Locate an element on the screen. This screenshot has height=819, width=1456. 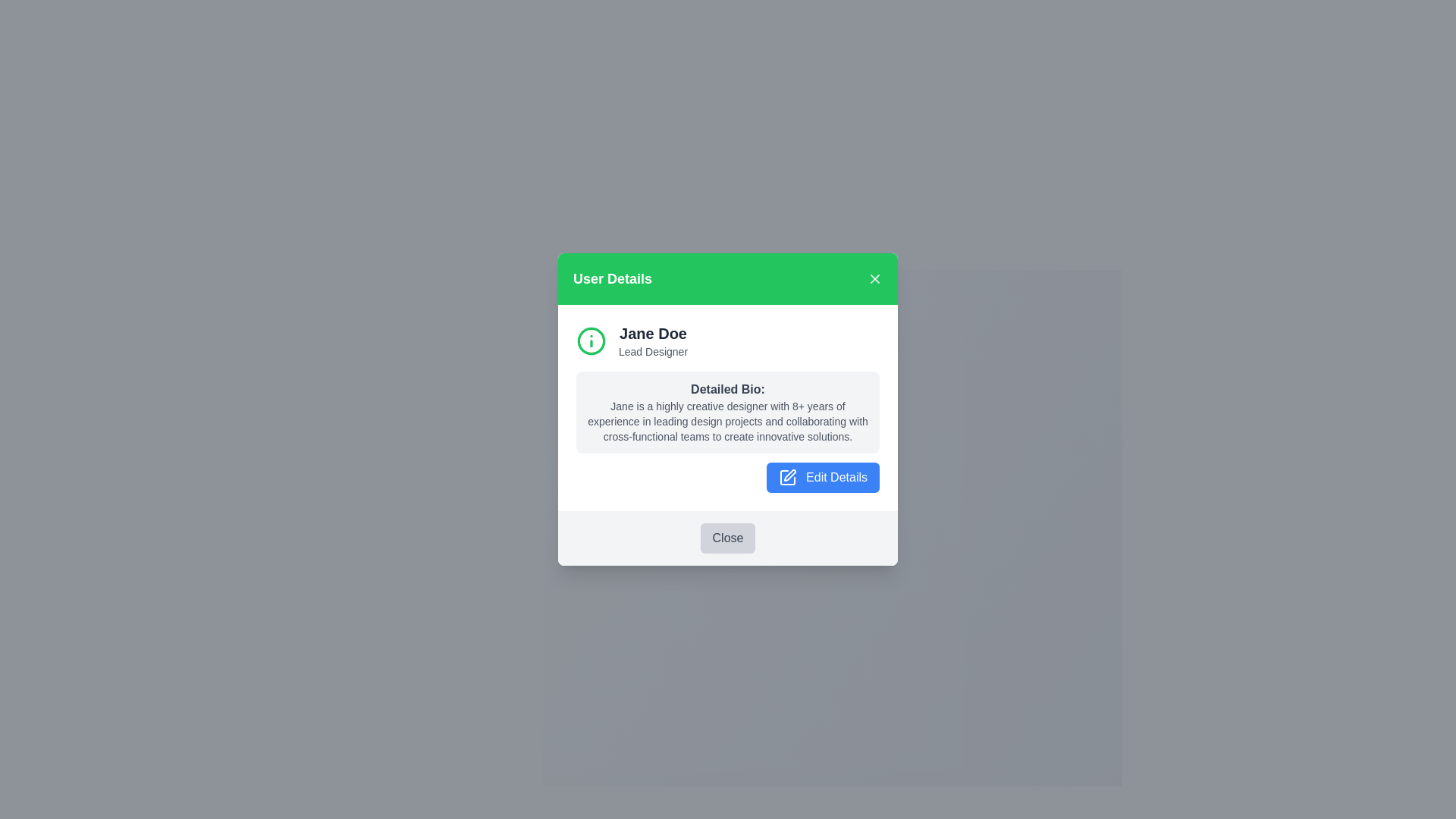
the circular green informational icon with a central 'i' symbol, located to the left of the text block containing 'Jane Doe' and 'Lead Designer' is located at coordinates (590, 339).